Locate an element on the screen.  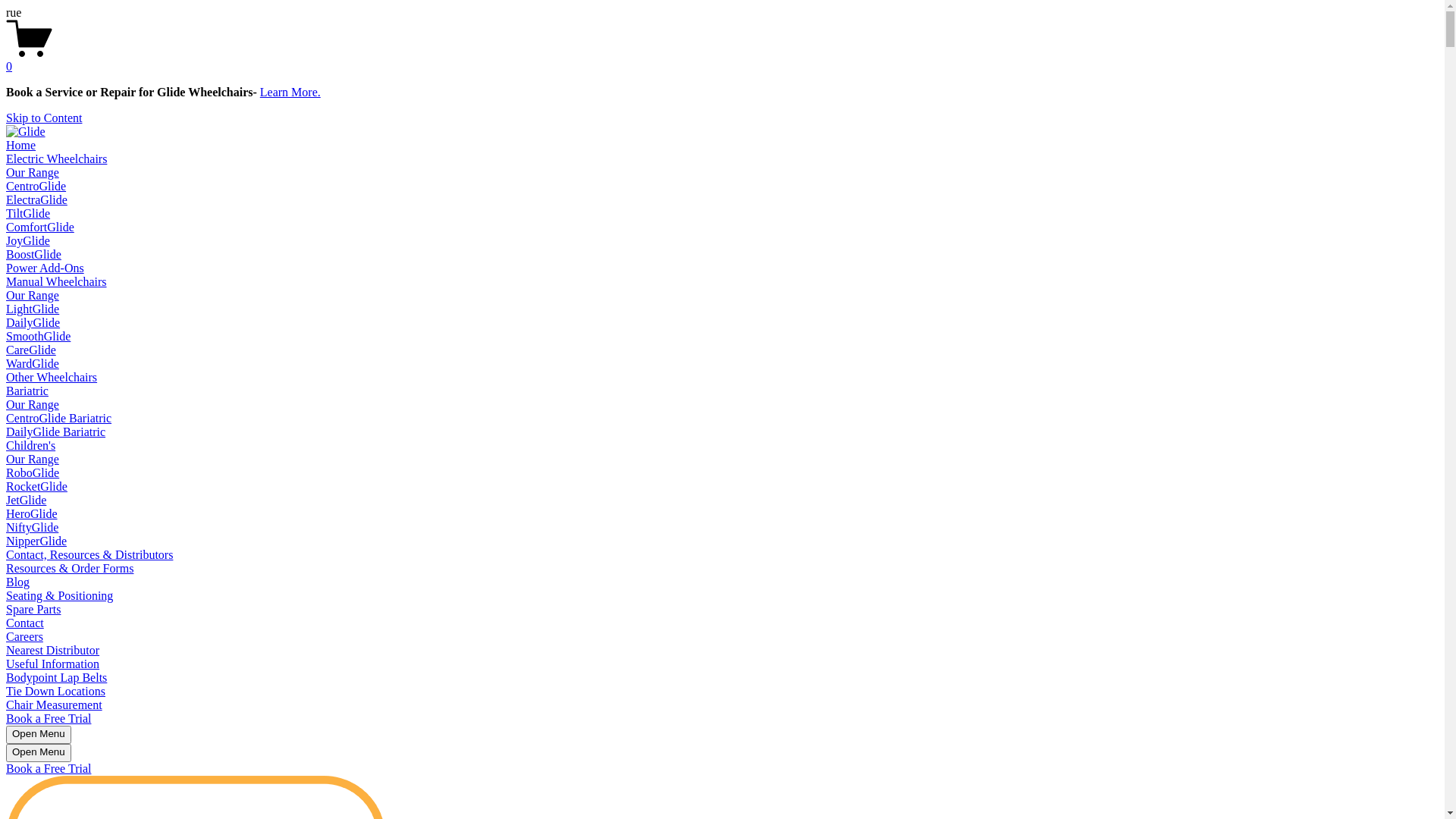
'0' is located at coordinates (721, 58).